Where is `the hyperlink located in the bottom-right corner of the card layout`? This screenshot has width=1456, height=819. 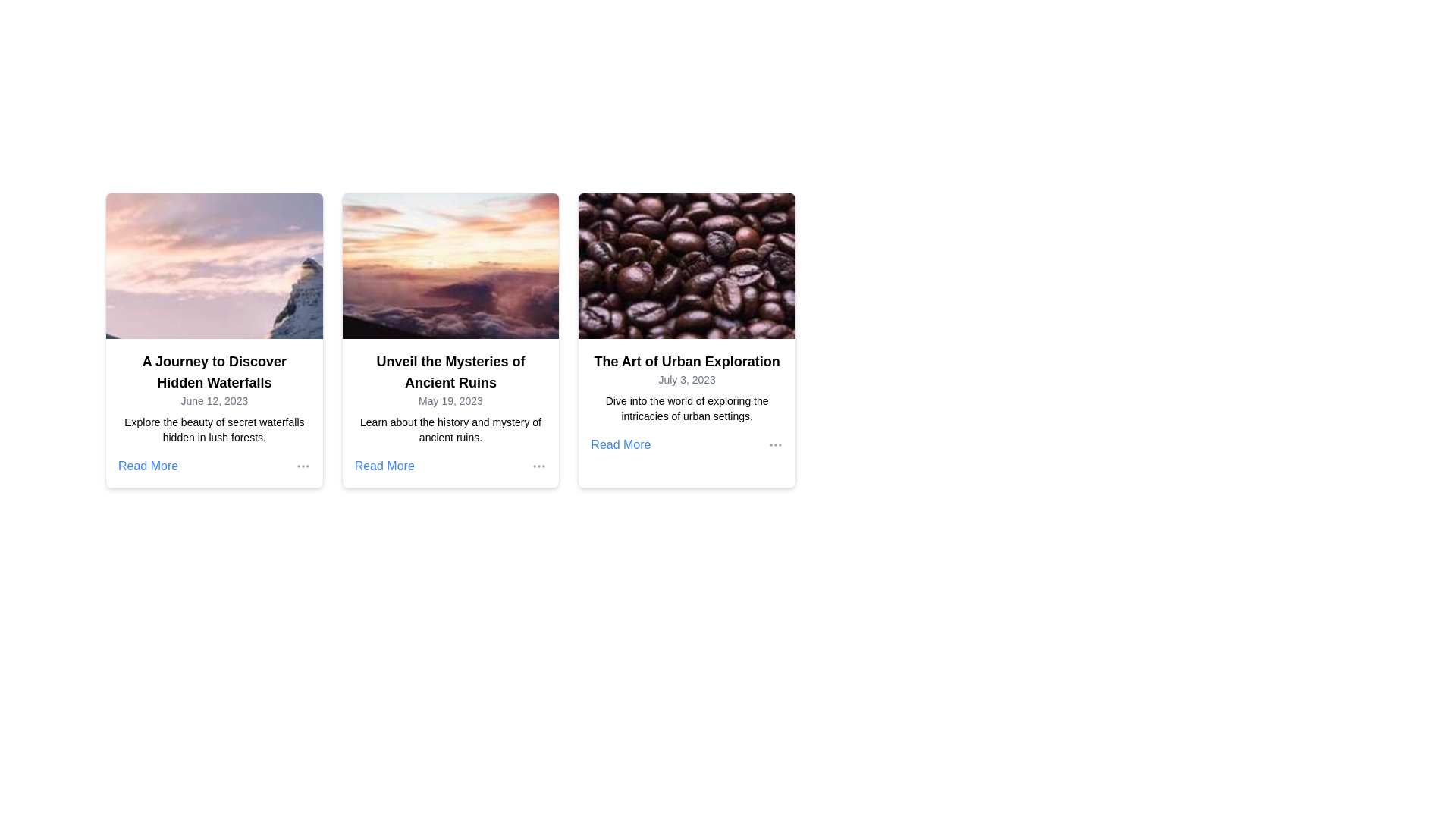
the hyperlink located in the bottom-right corner of the card layout is located at coordinates (620, 444).